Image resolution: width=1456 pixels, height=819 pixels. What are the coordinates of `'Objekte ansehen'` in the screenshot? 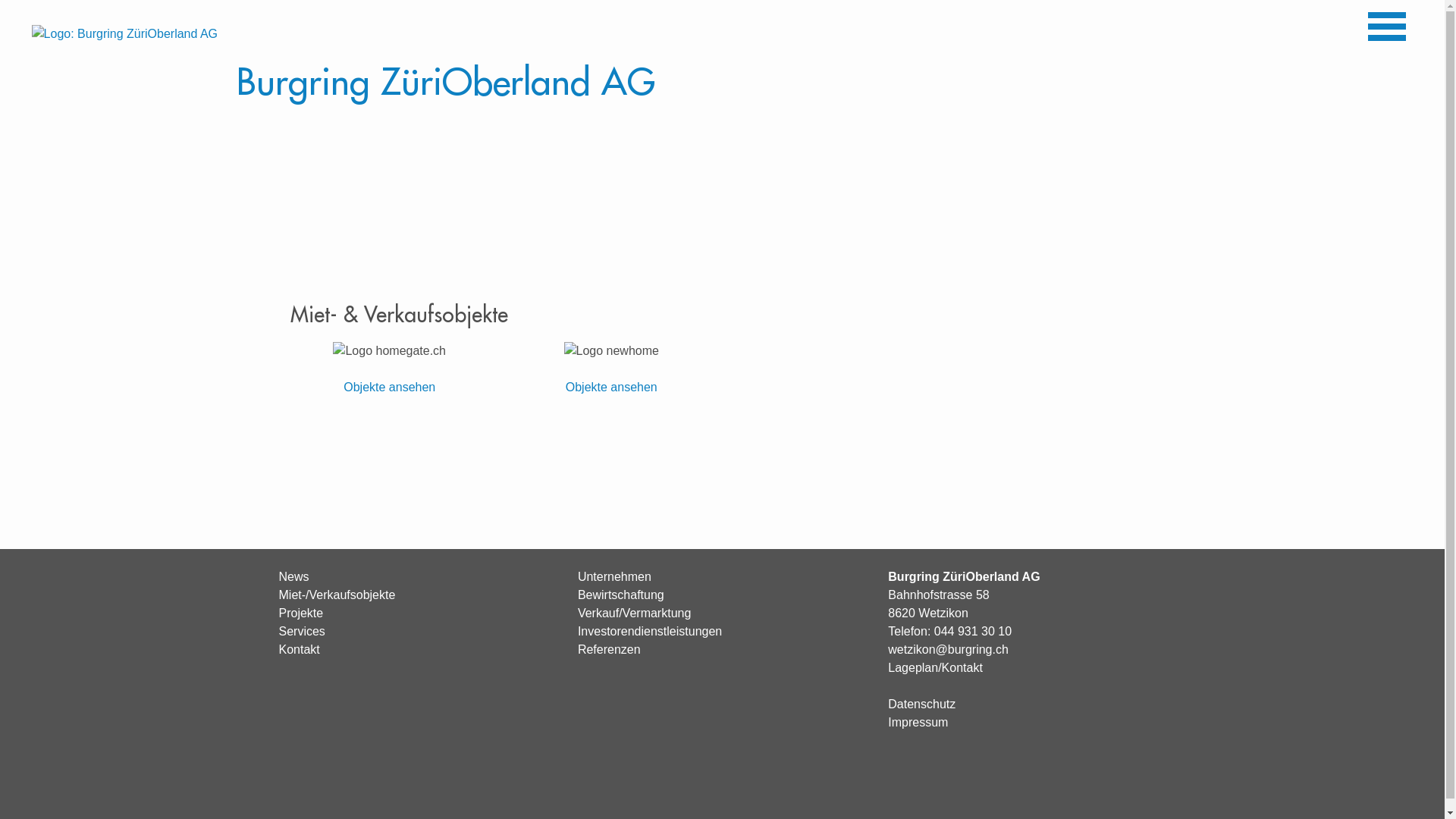 It's located at (611, 386).